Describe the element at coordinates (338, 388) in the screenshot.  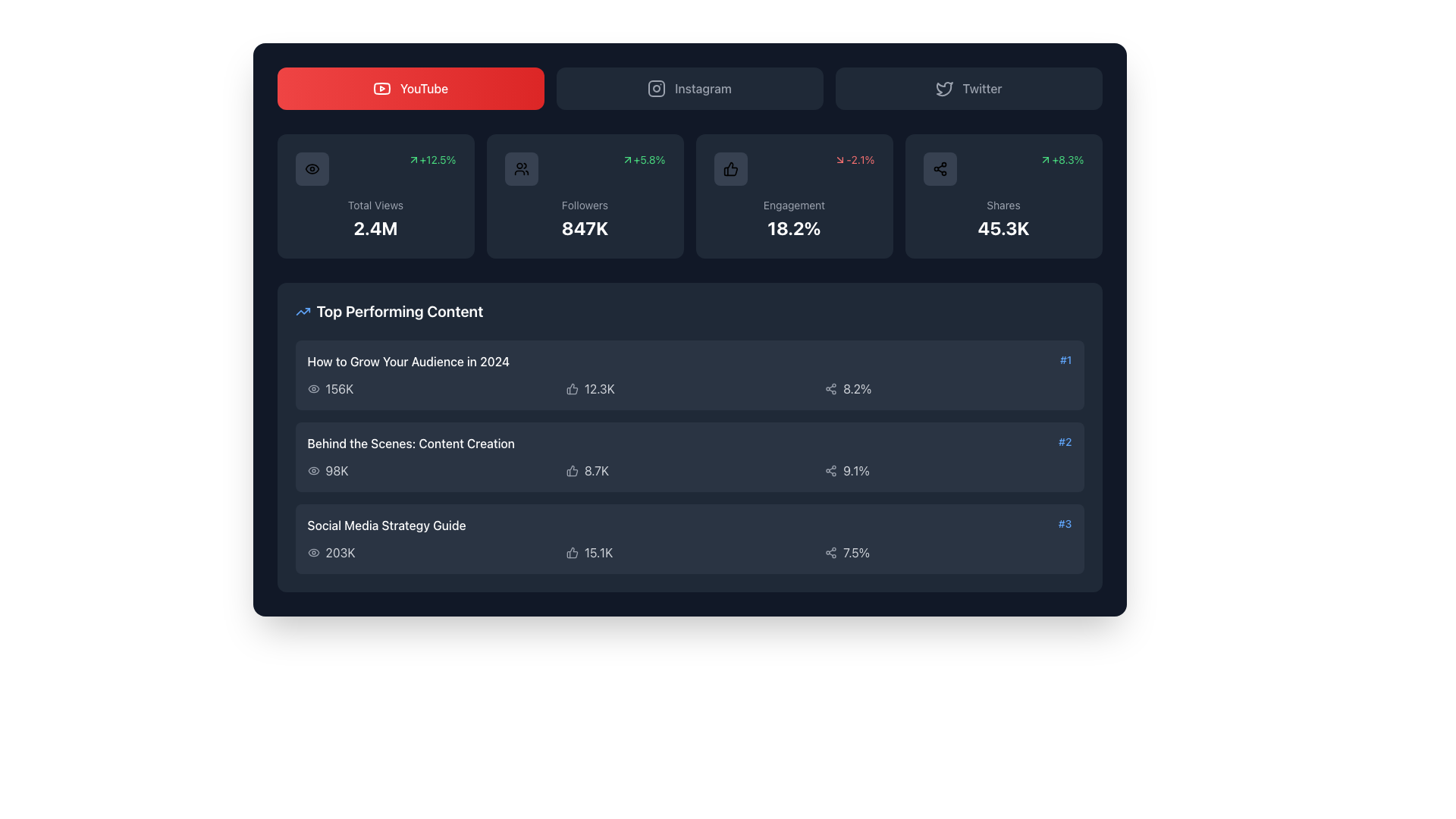
I see `the text label displaying '156K' in light gray font, located to the right of the eye-shaped icon in the 'Top Performing Content' section` at that location.